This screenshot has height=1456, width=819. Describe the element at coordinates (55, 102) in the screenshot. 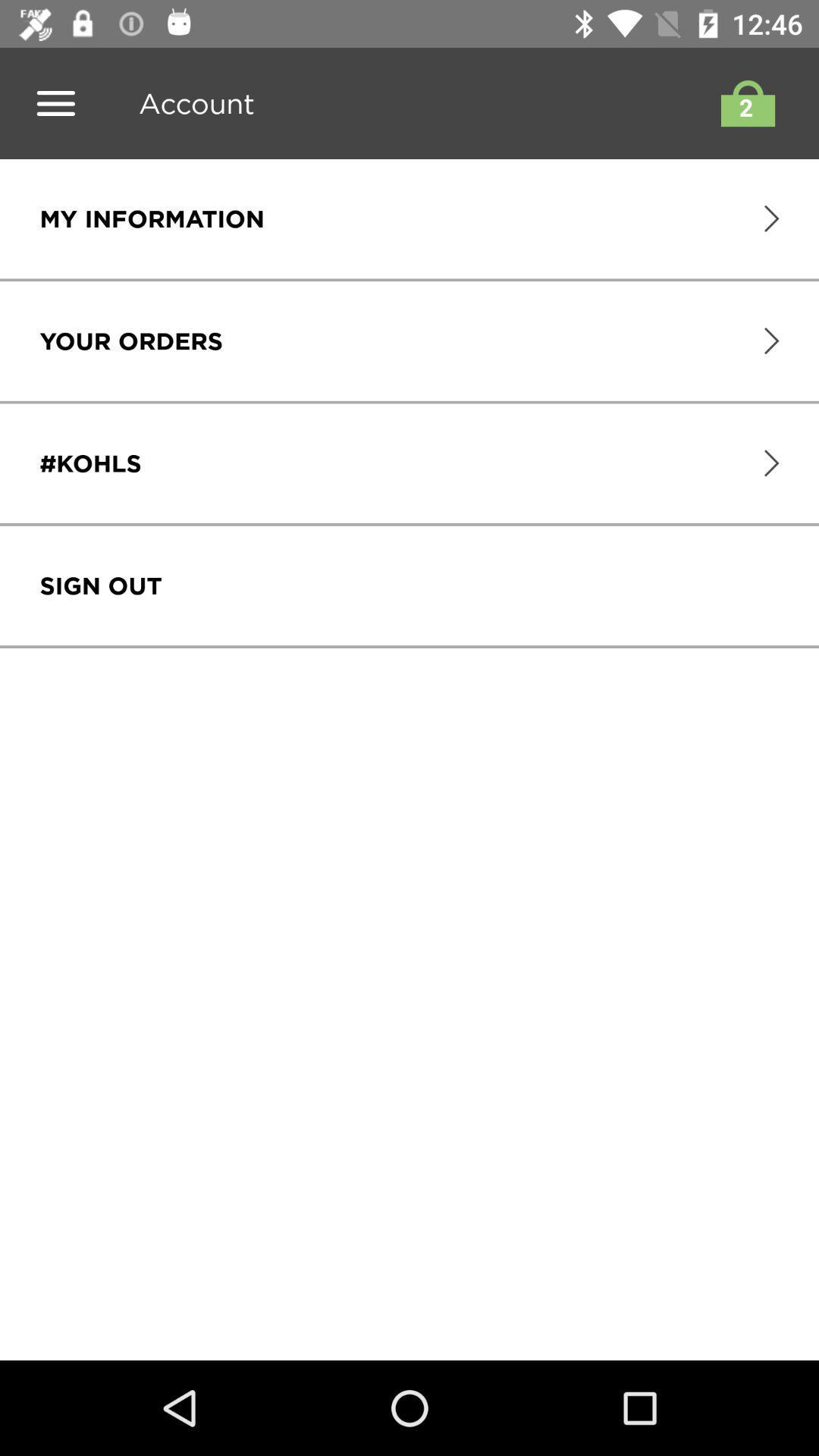

I see `list the menu` at that location.